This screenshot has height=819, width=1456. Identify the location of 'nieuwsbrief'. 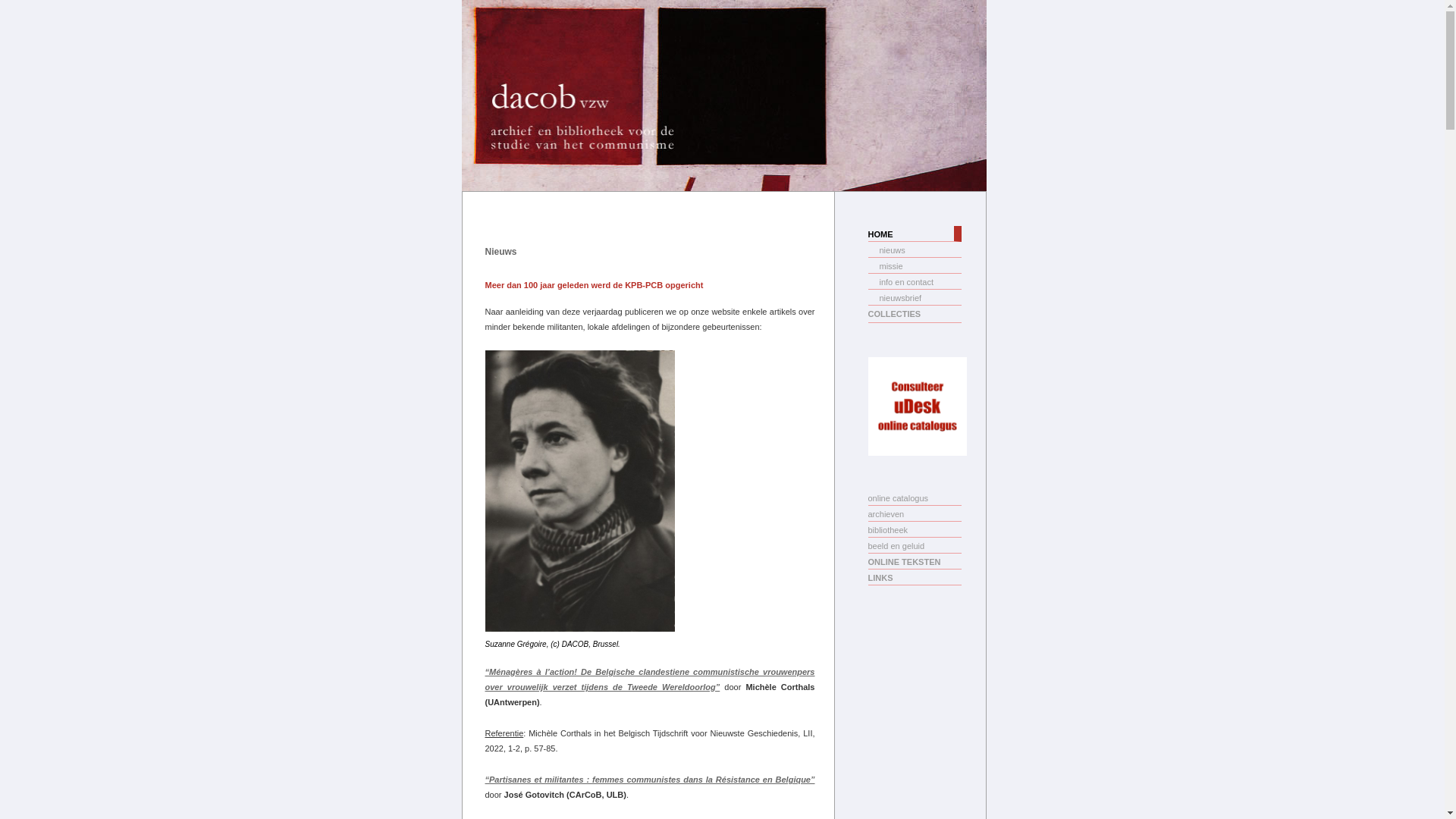
(867, 297).